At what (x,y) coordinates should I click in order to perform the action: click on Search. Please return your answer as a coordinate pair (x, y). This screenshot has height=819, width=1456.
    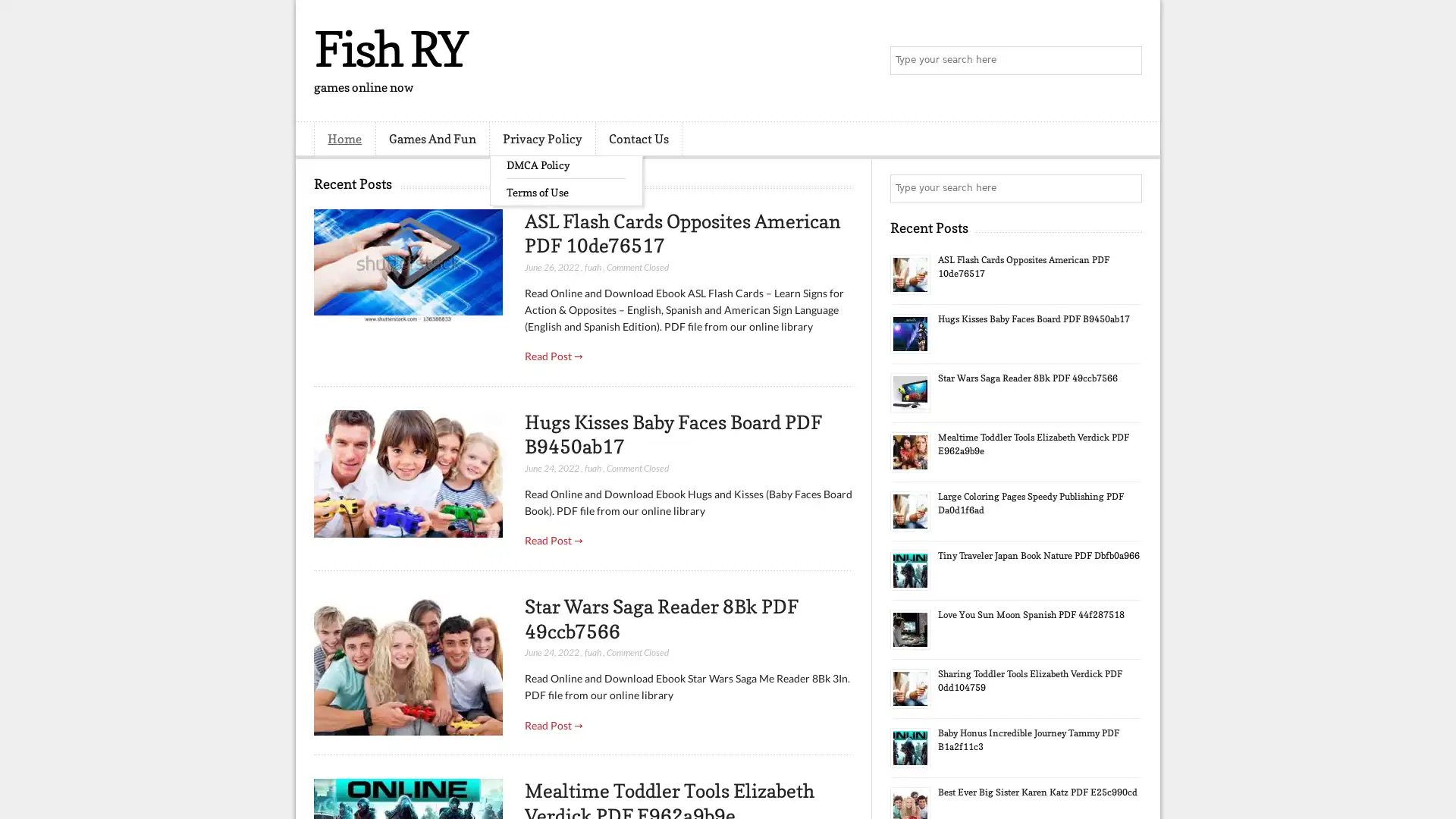
    Looking at the image, I should click on (1126, 61).